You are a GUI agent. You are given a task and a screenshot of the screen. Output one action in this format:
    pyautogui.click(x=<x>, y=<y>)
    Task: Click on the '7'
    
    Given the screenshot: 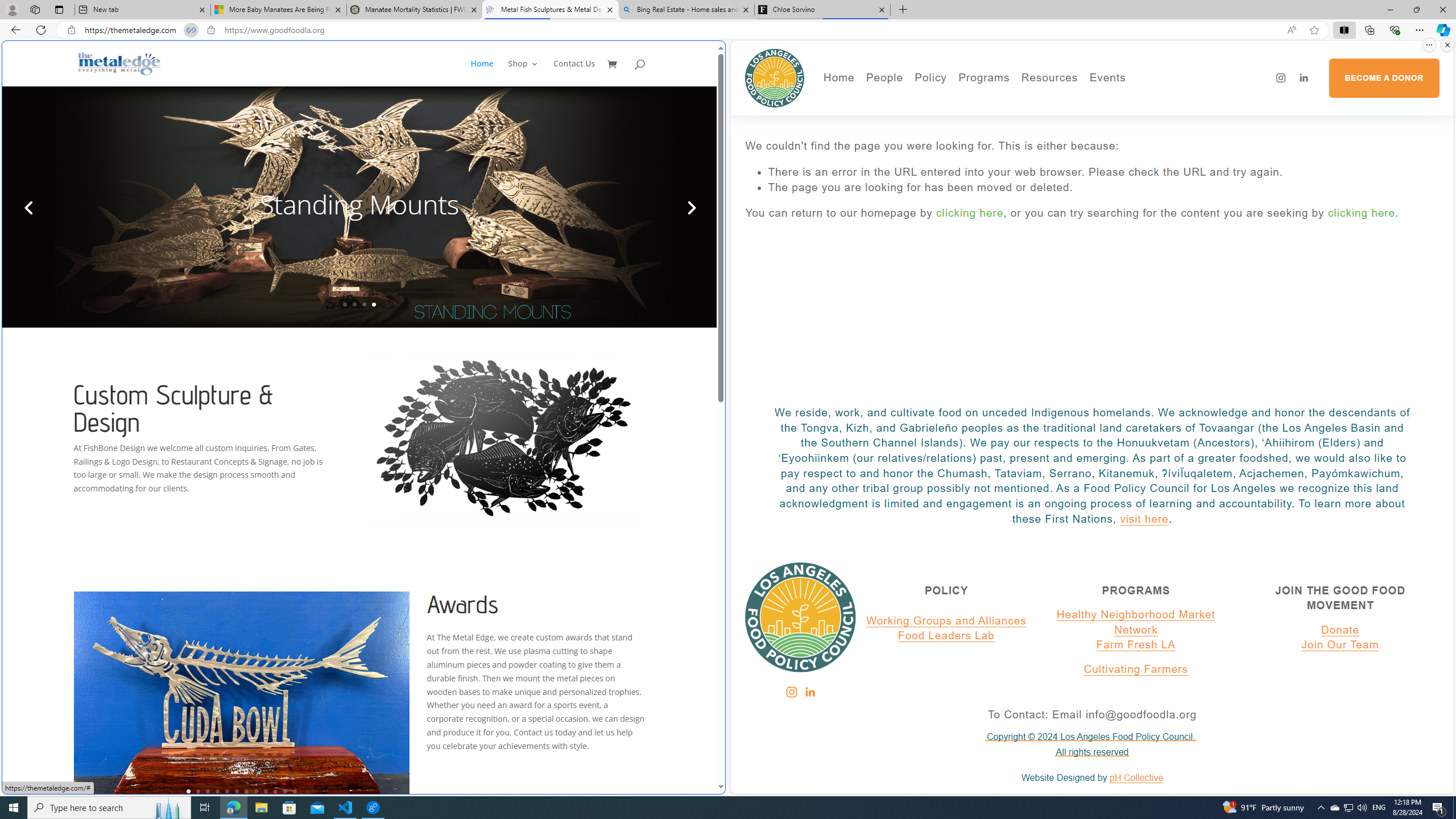 What is the action you would take?
    pyautogui.click(x=246, y=791)
    